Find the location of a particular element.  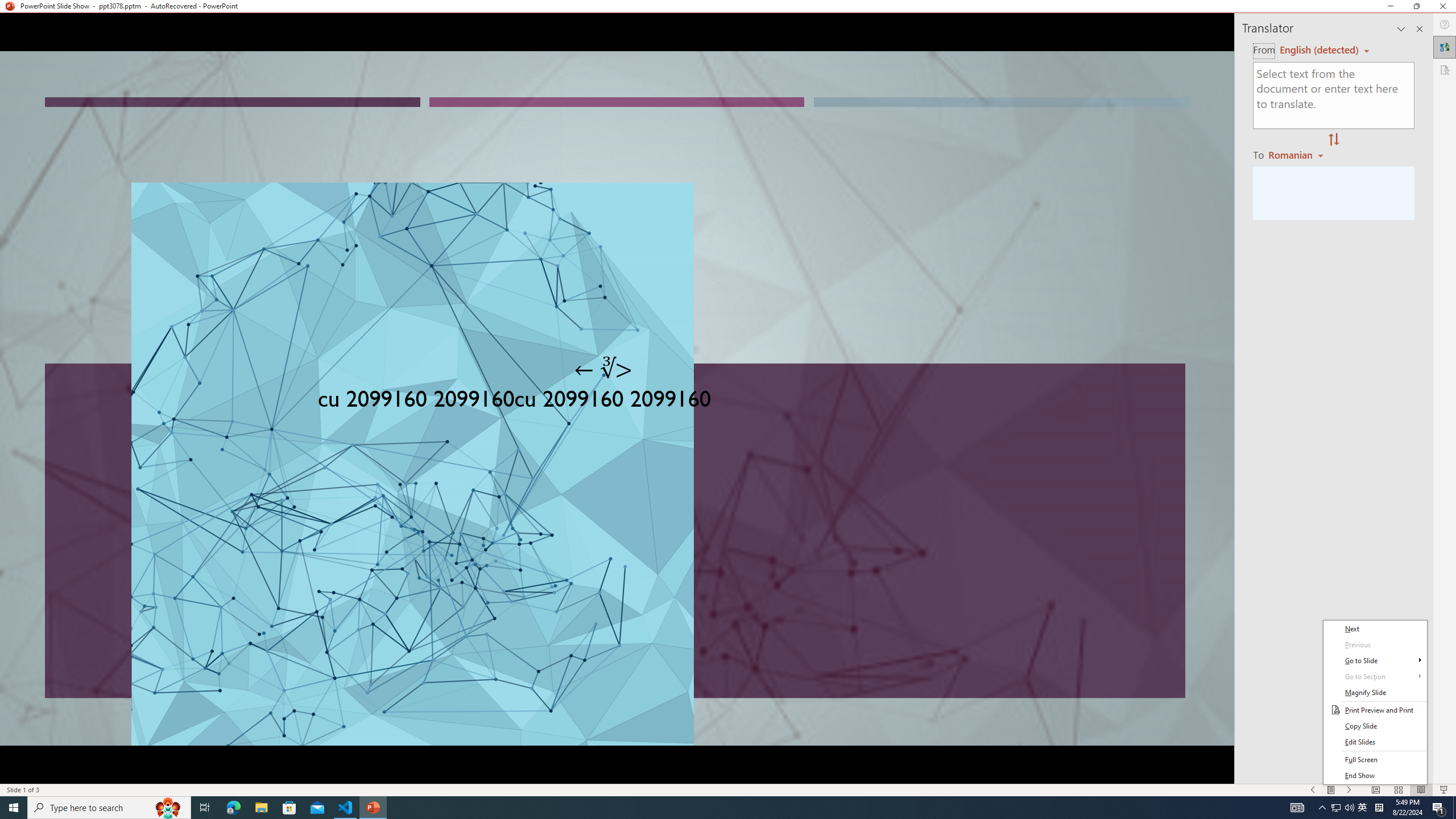

'Edit Slides' is located at coordinates (1375, 742).